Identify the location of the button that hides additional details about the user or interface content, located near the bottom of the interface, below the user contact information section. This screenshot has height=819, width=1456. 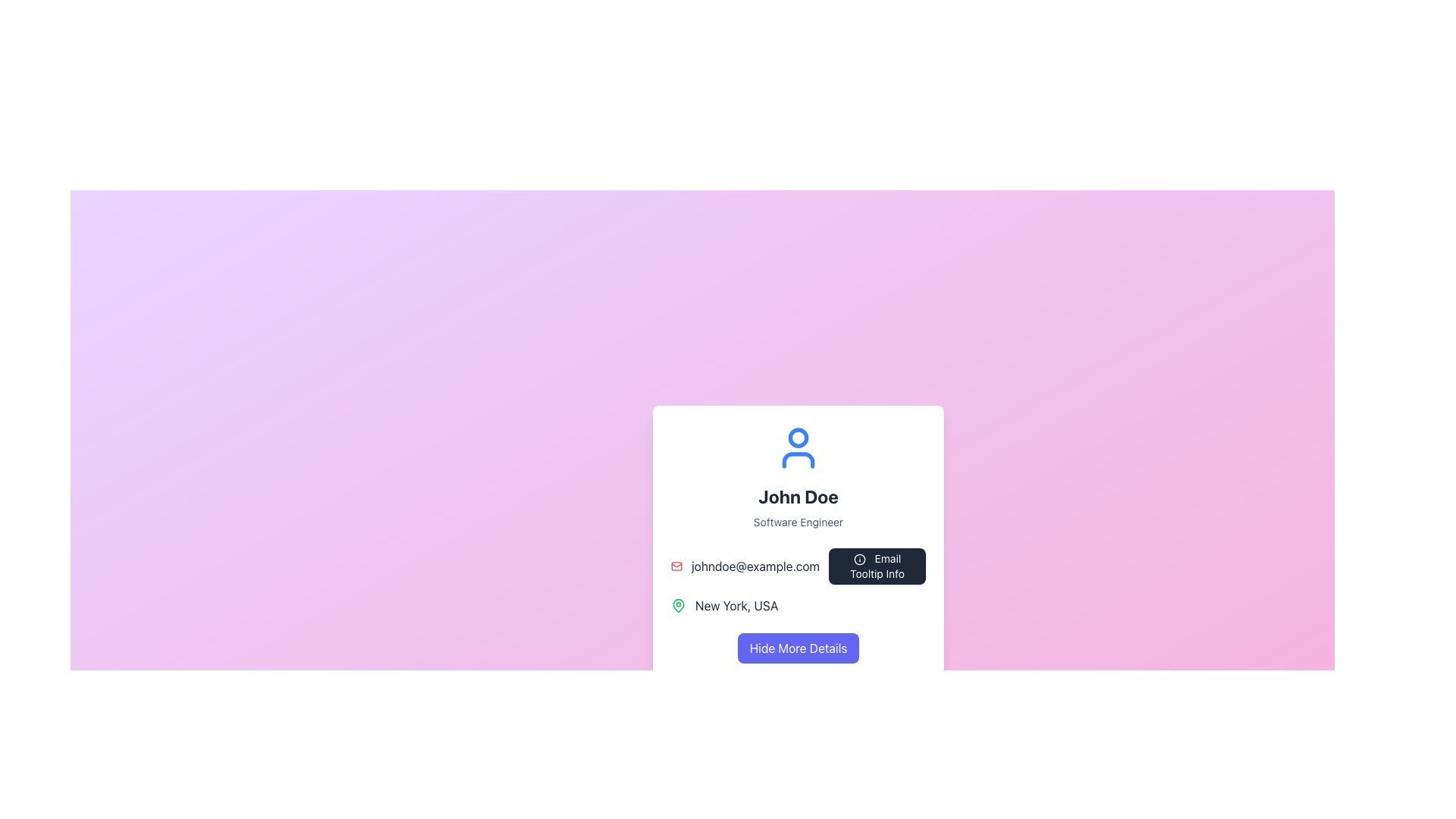
(797, 648).